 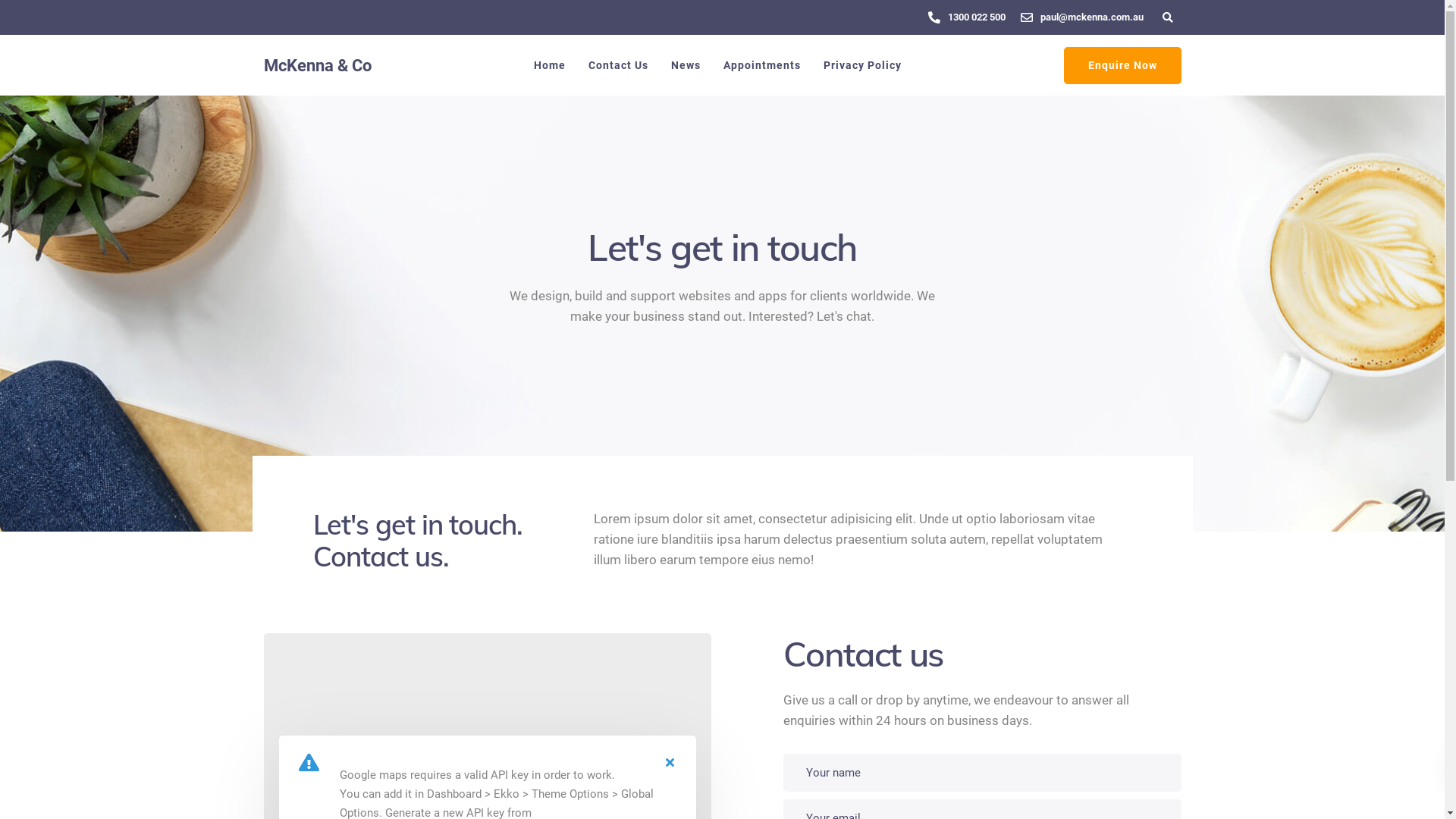 What do you see at coordinates (710, 64) in the screenshot?
I see `'Appointments'` at bounding box center [710, 64].